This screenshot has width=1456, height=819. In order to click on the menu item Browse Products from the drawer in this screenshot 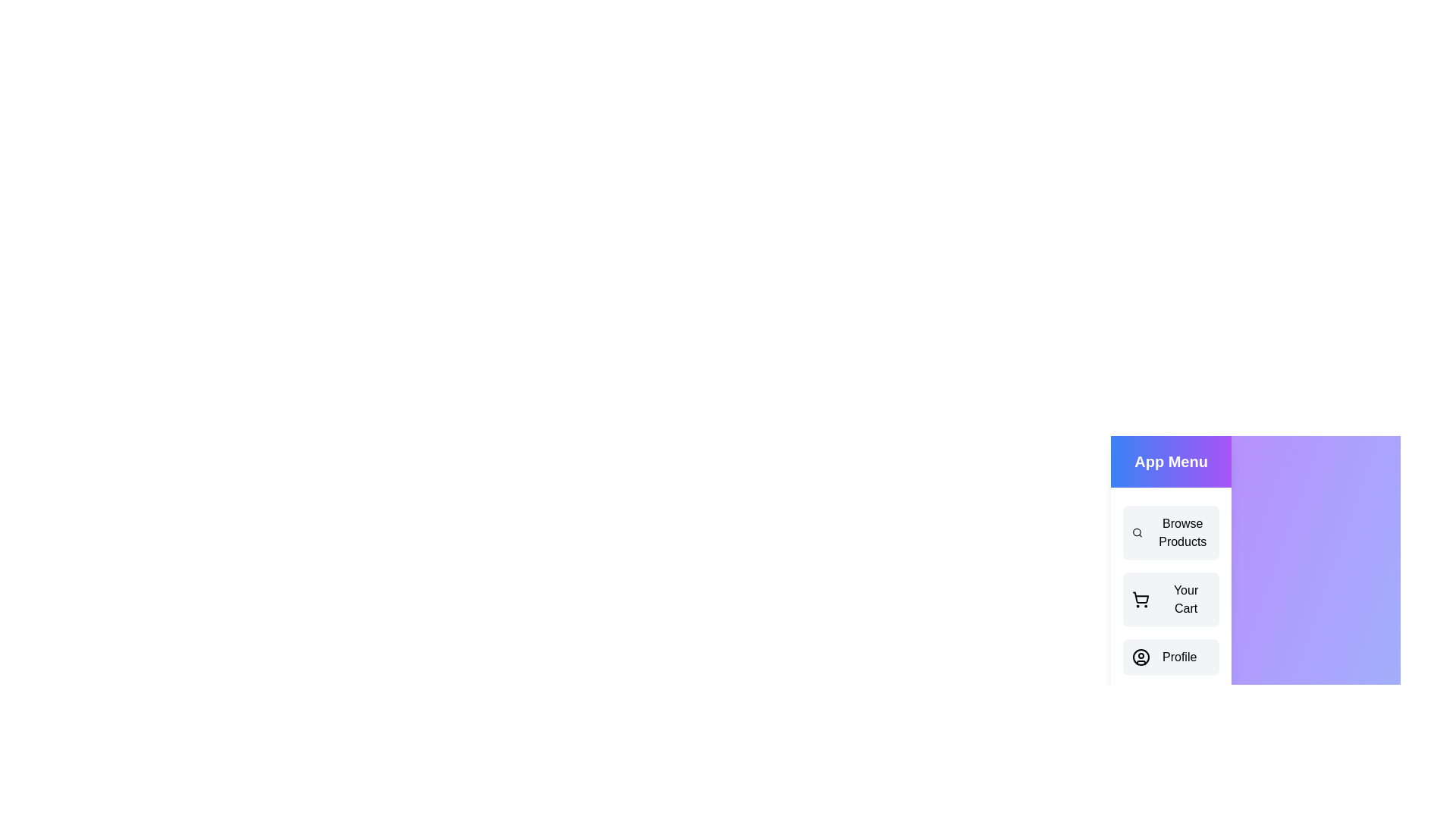, I will do `click(1170, 532)`.